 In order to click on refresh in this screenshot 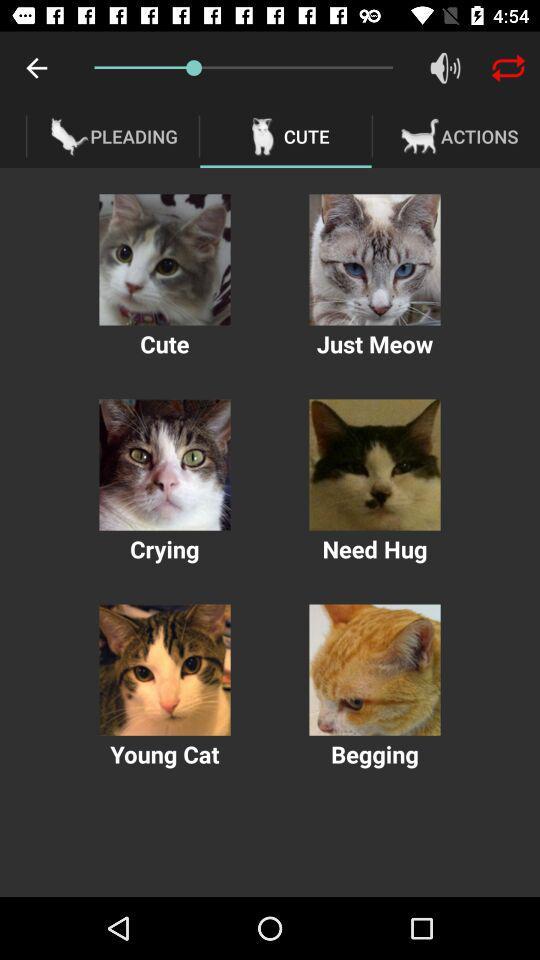, I will do `click(508, 68)`.